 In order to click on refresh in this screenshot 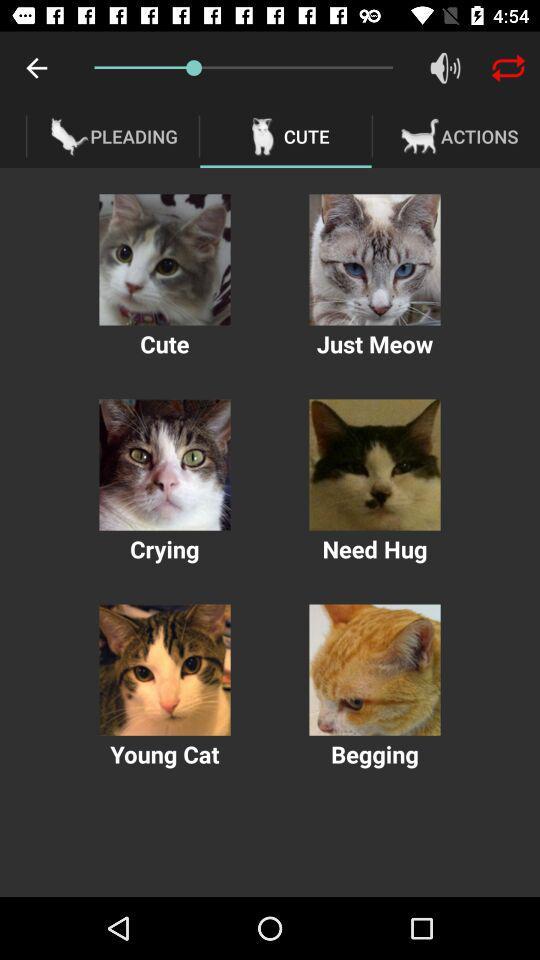, I will do `click(508, 68)`.